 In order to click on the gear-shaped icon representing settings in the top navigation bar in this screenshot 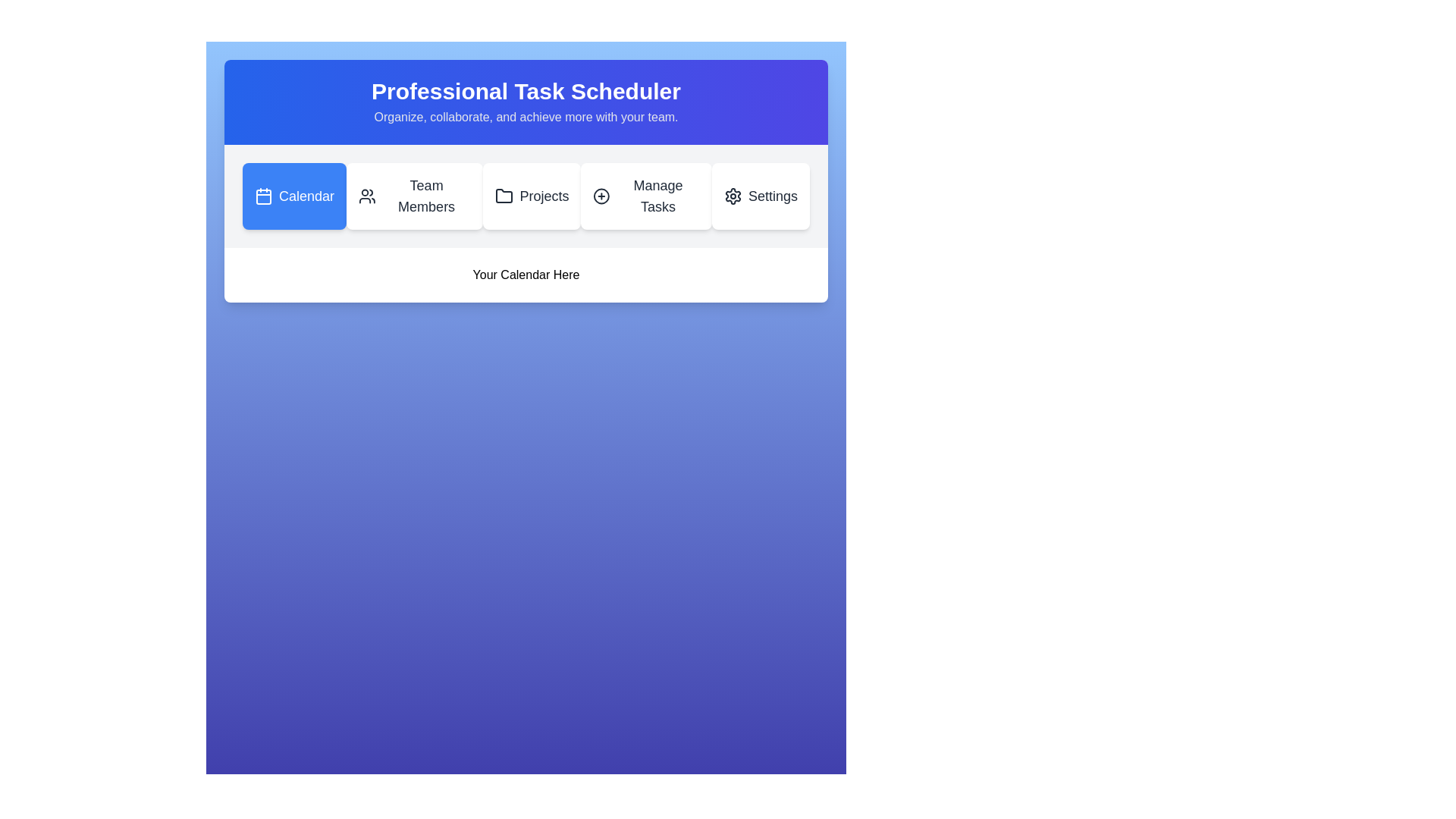, I will do `click(733, 195)`.